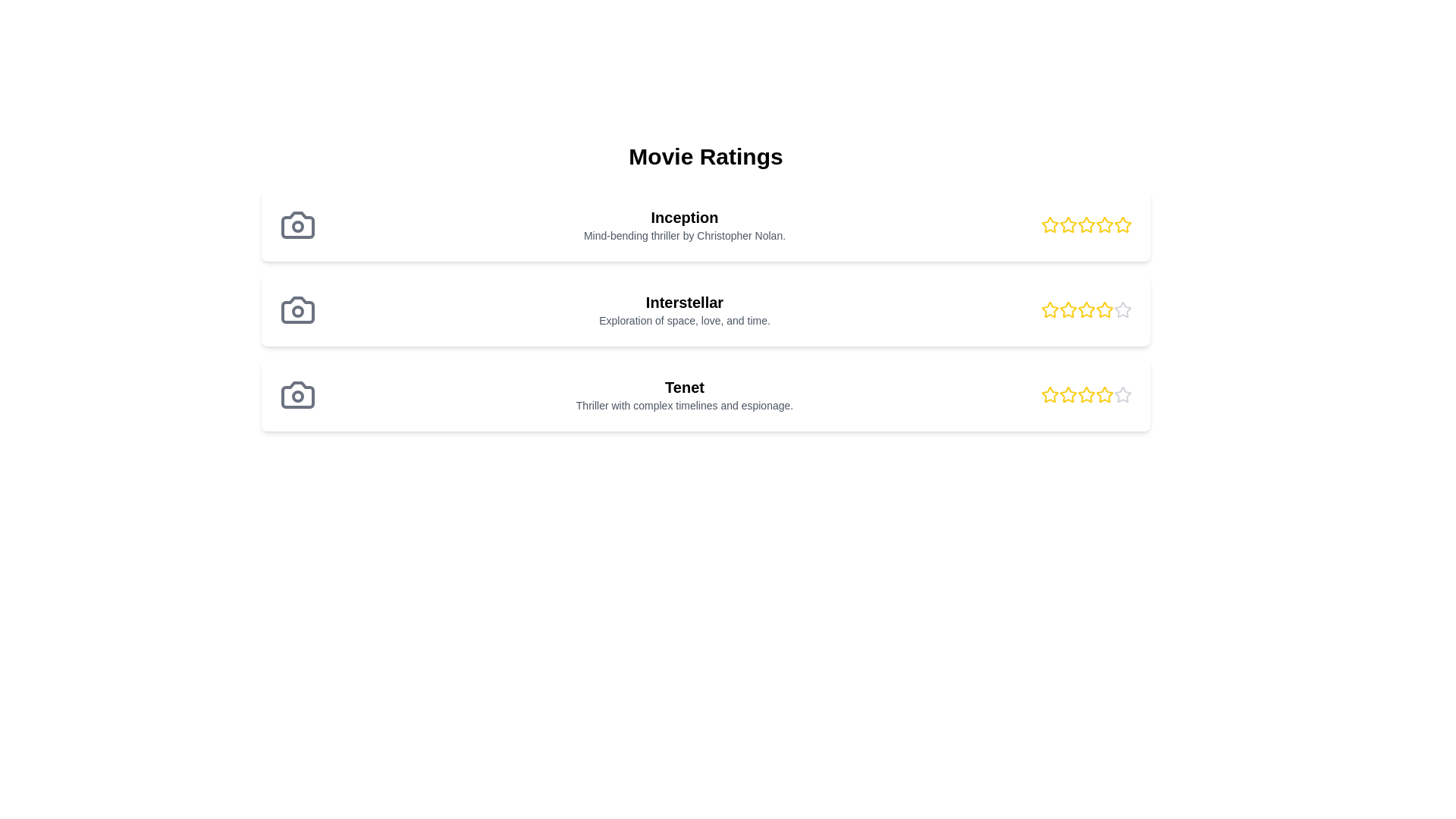 The image size is (1456, 819). I want to click on the selected yellow rating star, so click(1086, 394).